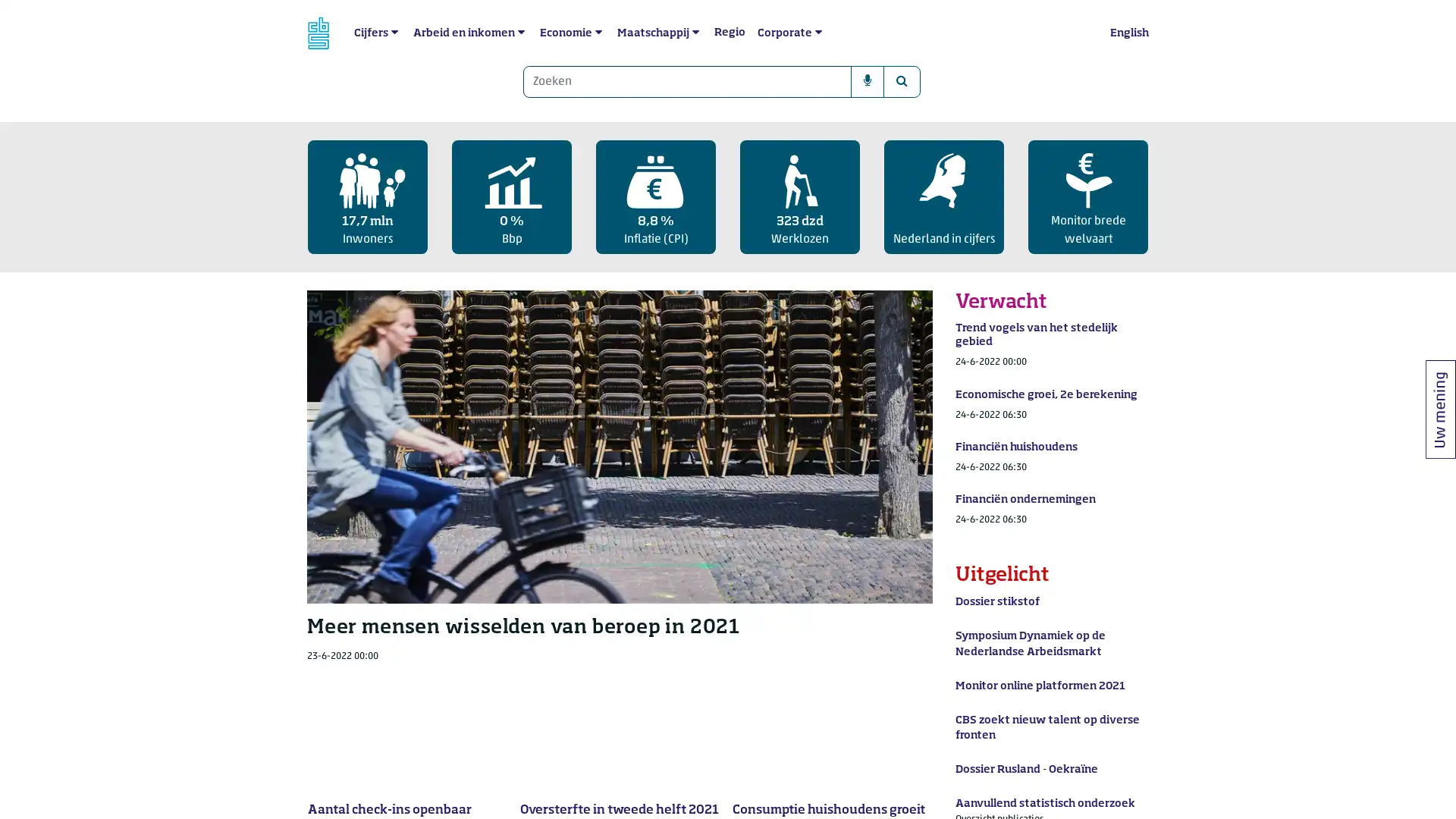 Image resolution: width=1456 pixels, height=819 pixels. I want to click on submenu Cijfers, so click(394, 32).